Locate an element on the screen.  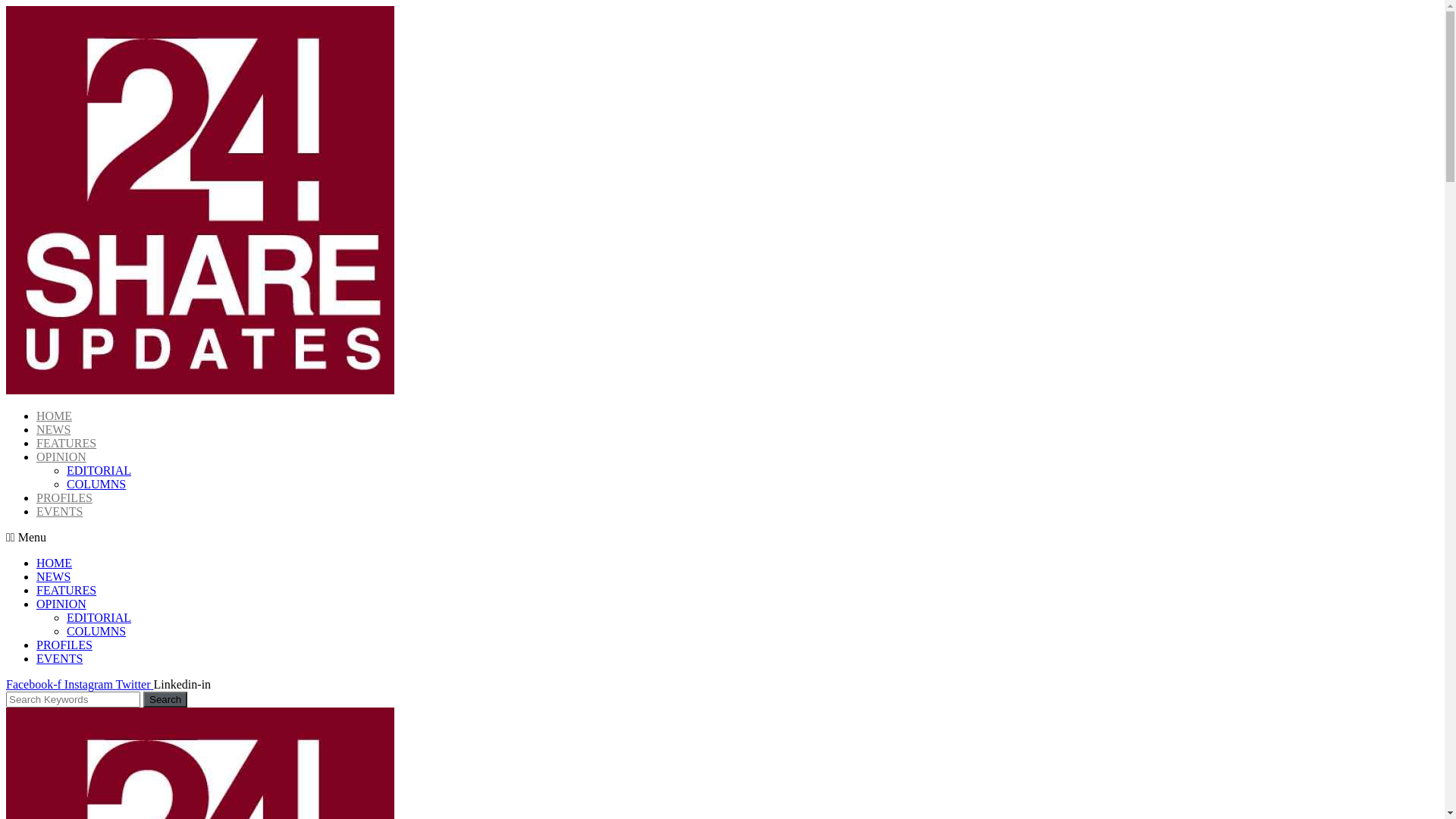
'Search' is located at coordinates (72, 699).